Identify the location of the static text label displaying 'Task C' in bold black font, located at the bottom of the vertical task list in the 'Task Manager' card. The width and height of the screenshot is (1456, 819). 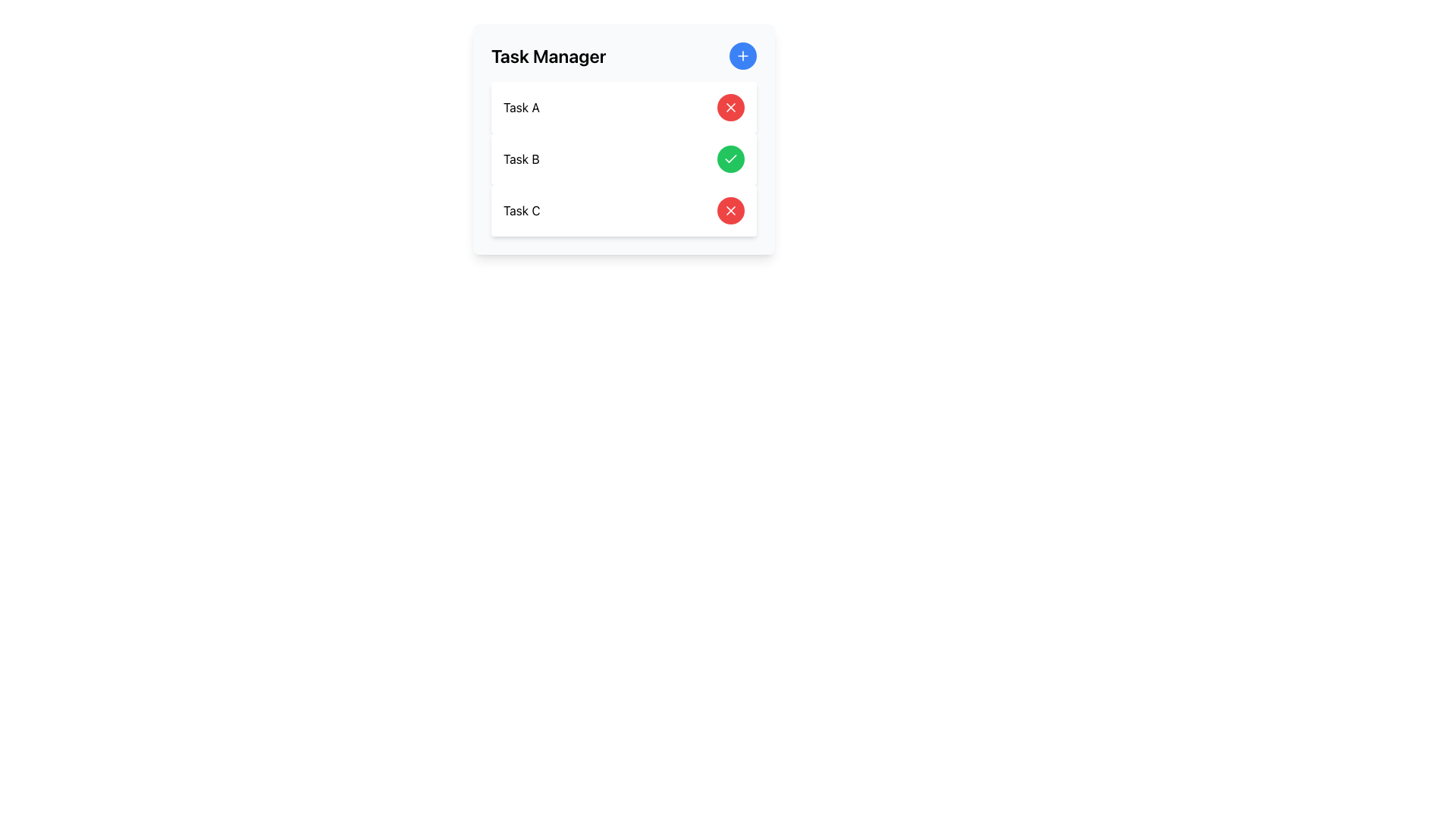
(522, 210).